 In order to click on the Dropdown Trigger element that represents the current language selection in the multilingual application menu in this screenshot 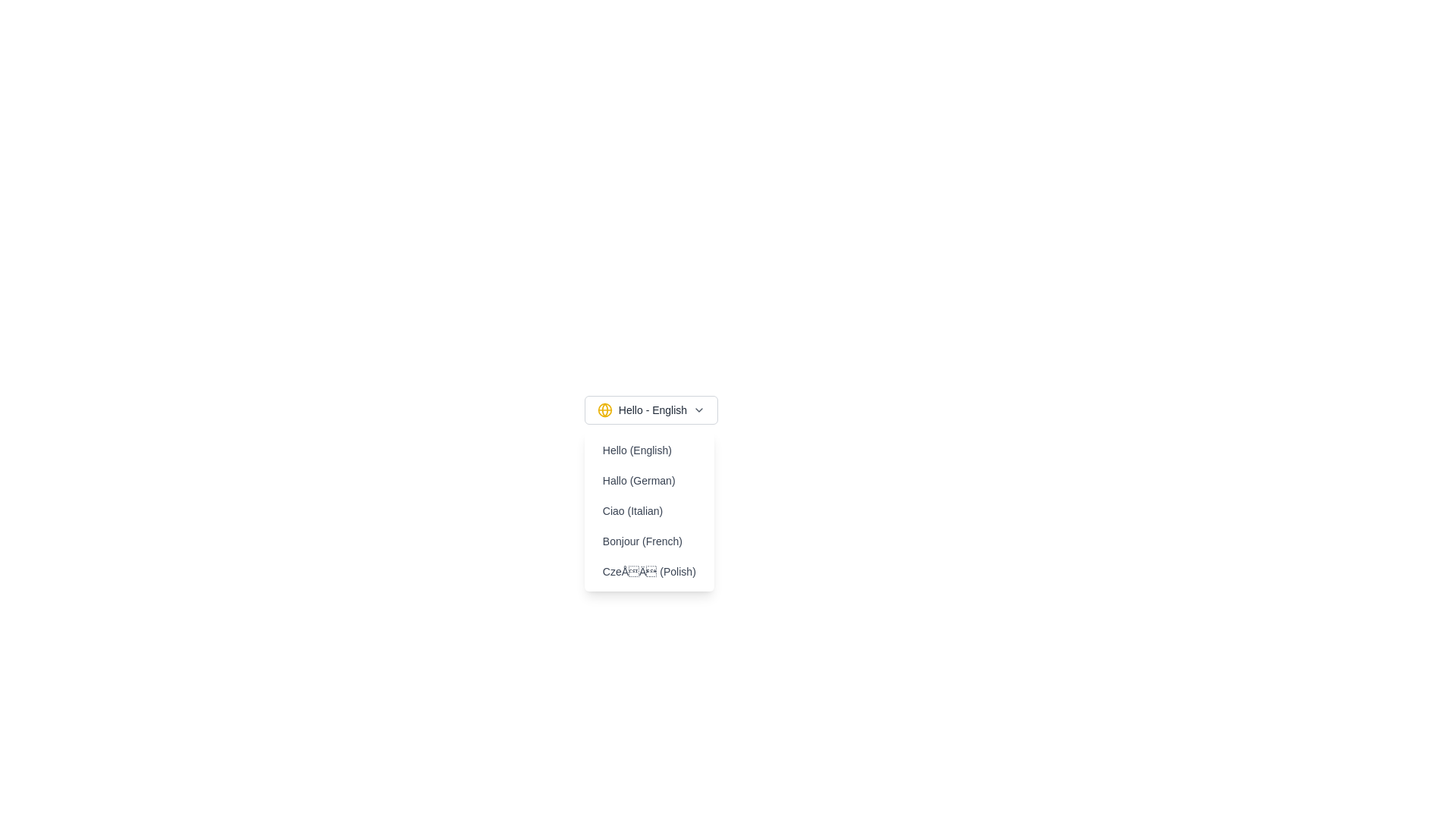, I will do `click(651, 409)`.